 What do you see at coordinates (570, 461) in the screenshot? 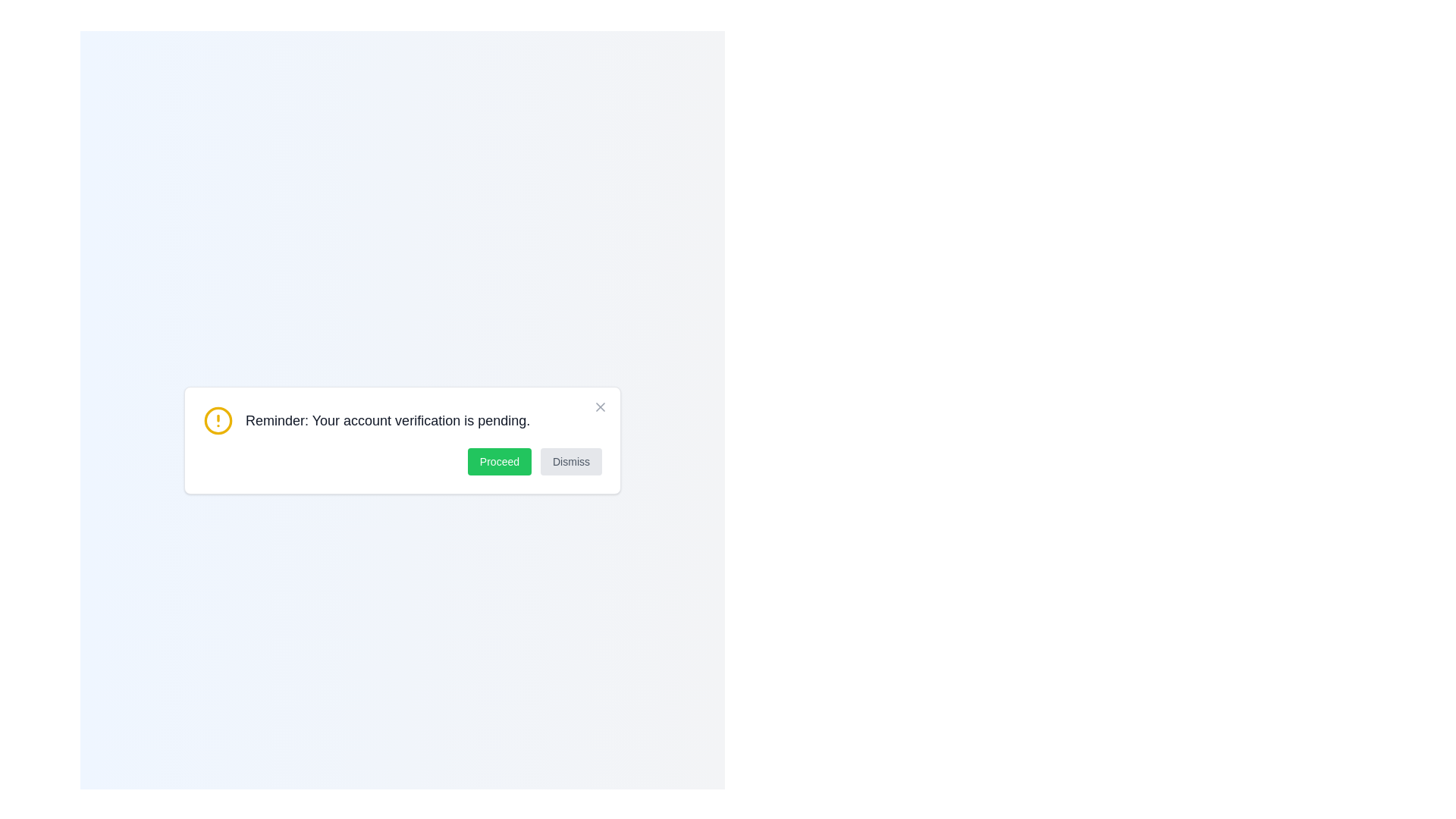
I see `the 'Dismiss' button located at the bottom-right corner of the interface with a gray background and rounded corners` at bounding box center [570, 461].